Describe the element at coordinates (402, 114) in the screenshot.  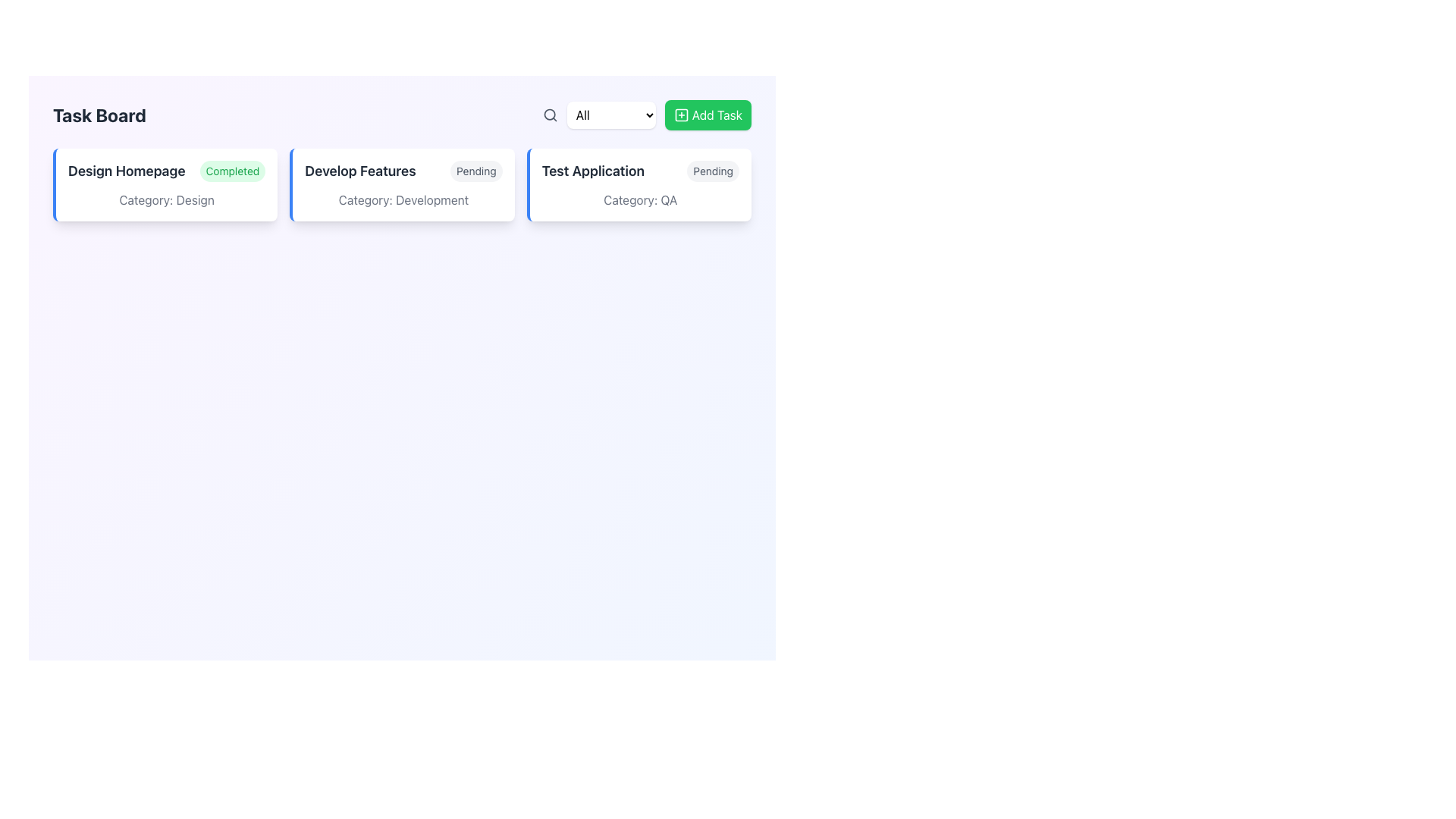
I see `the dropdown menu in the 'Task Board' Toolbar` at that location.